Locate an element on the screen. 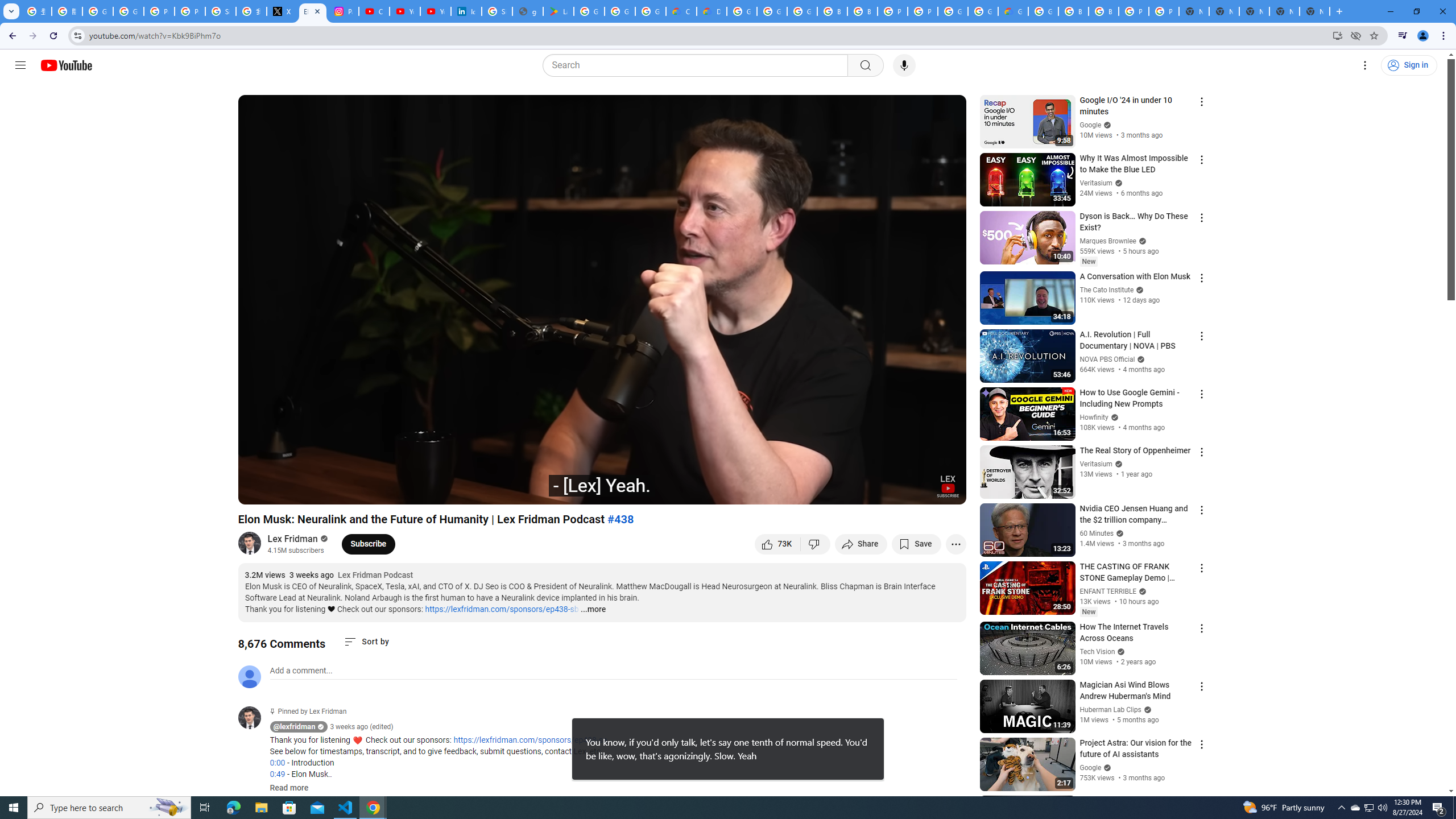 Image resolution: width=1456 pixels, height=819 pixels. 'Browse Chrome as a guest - Computer - Google Chrome Help' is located at coordinates (1073, 11).